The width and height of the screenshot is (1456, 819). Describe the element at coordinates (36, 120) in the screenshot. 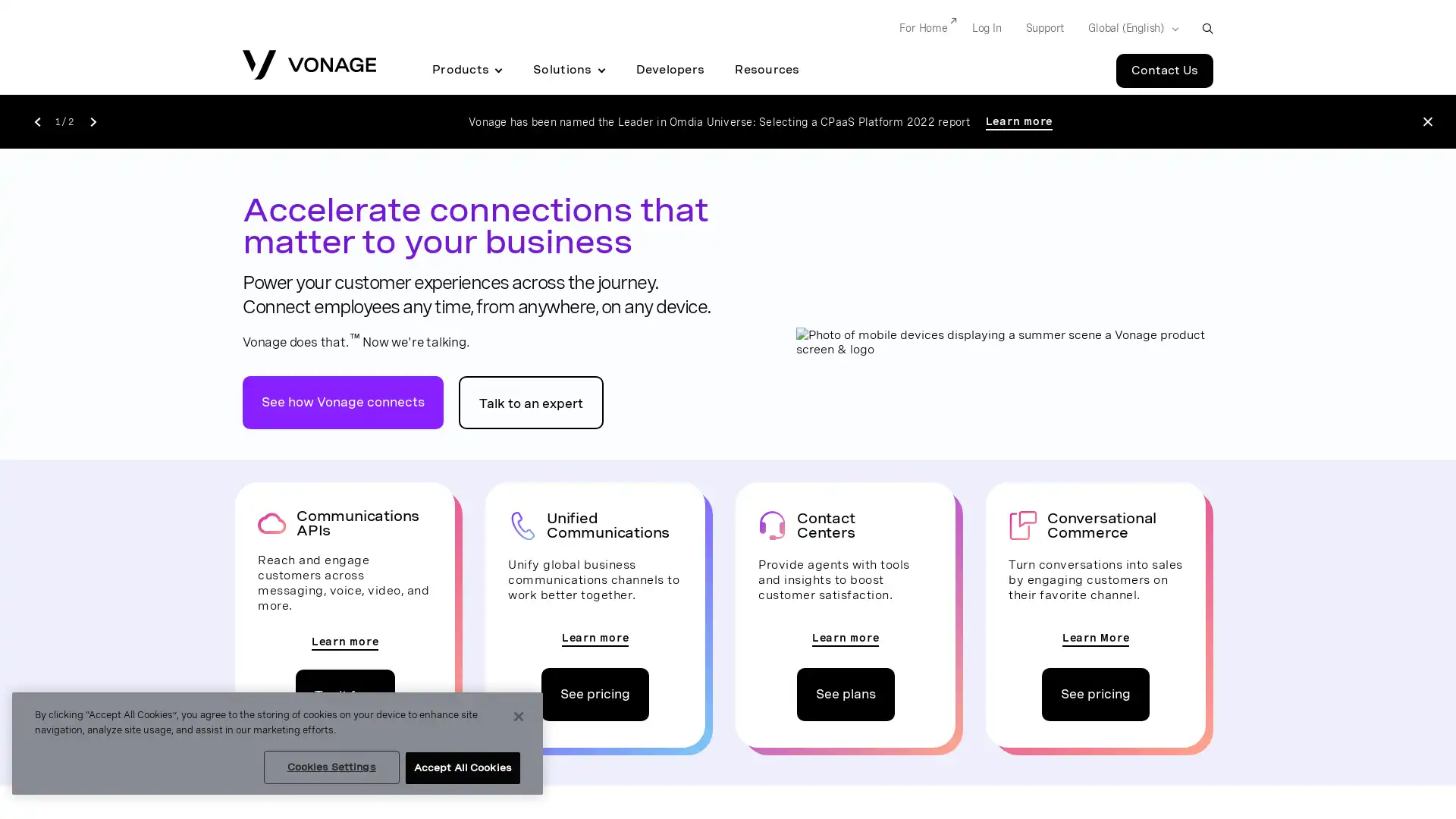

I see `Go to the previous announcement` at that location.